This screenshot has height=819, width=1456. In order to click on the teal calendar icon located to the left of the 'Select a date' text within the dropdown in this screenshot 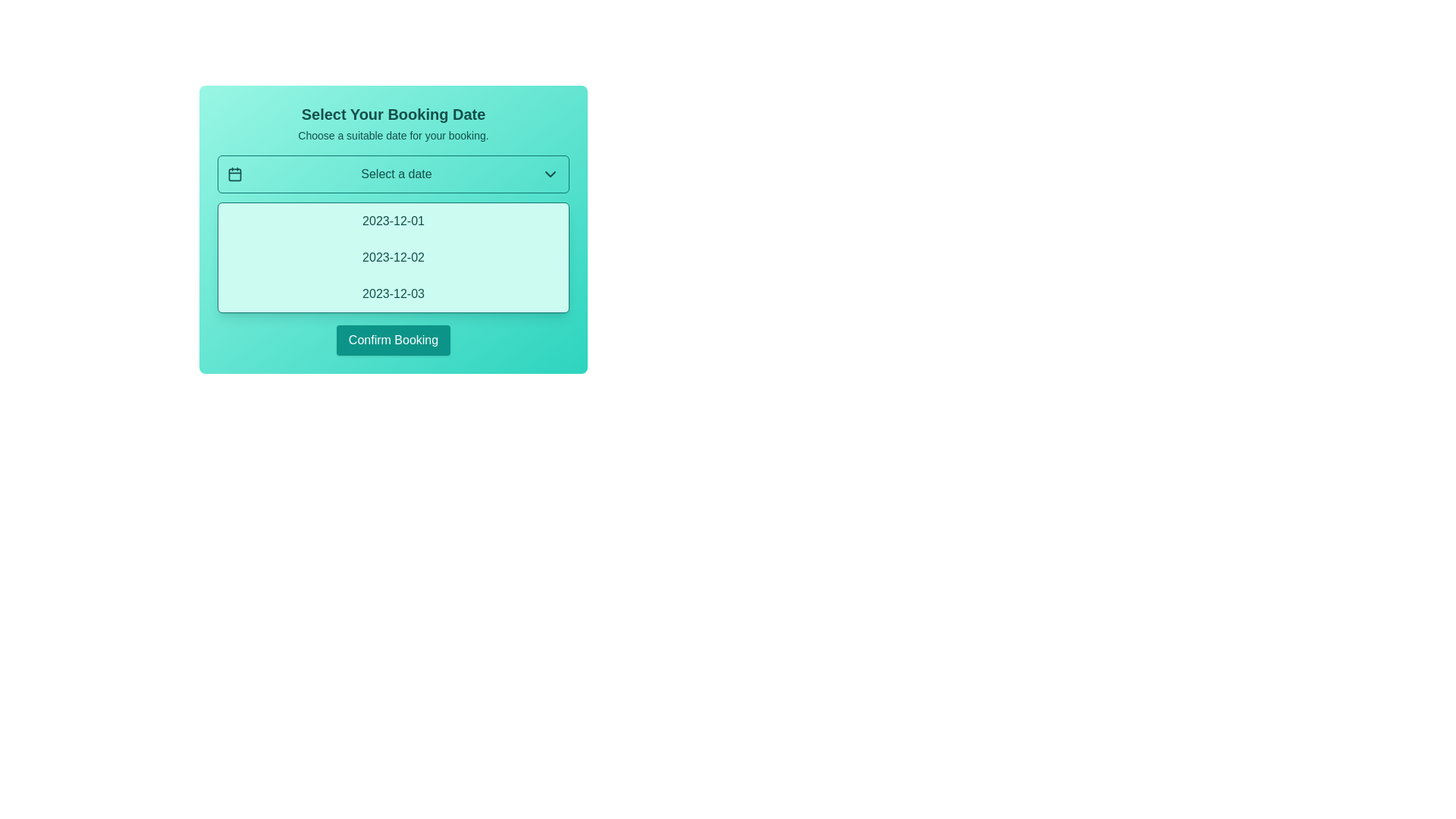, I will do `click(234, 174)`.